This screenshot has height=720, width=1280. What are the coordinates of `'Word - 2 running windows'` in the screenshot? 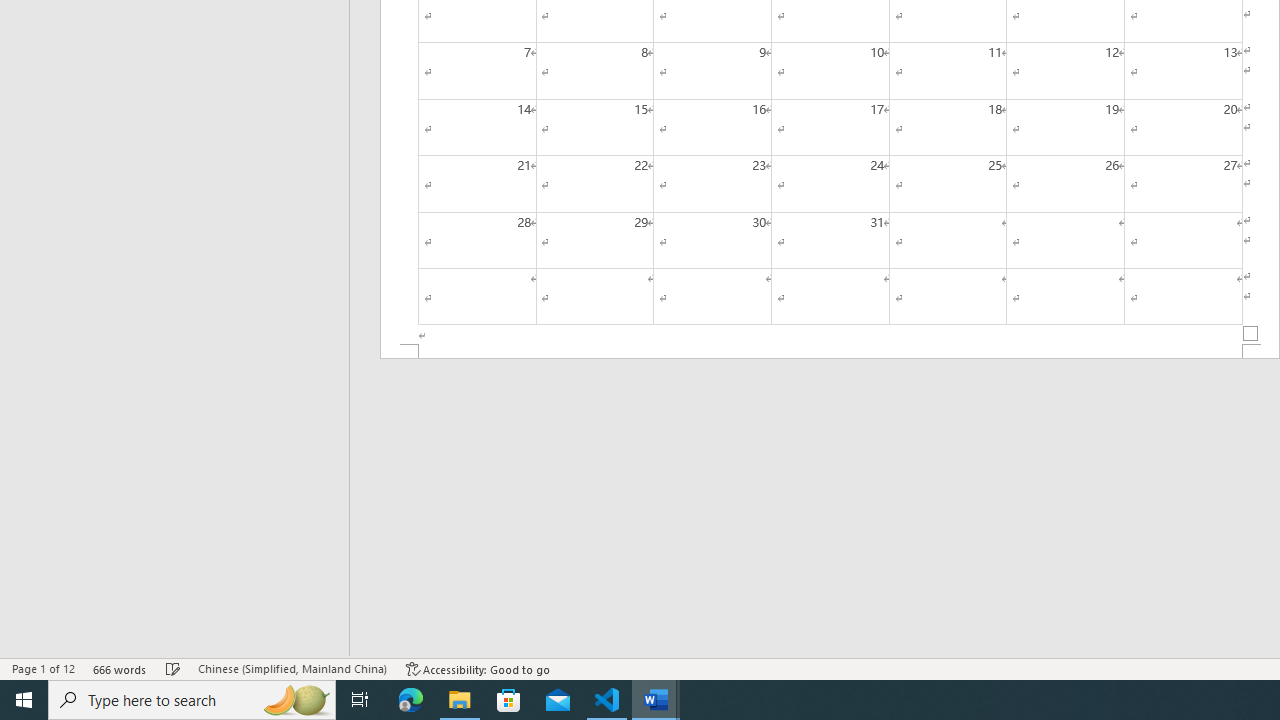 It's located at (656, 698).